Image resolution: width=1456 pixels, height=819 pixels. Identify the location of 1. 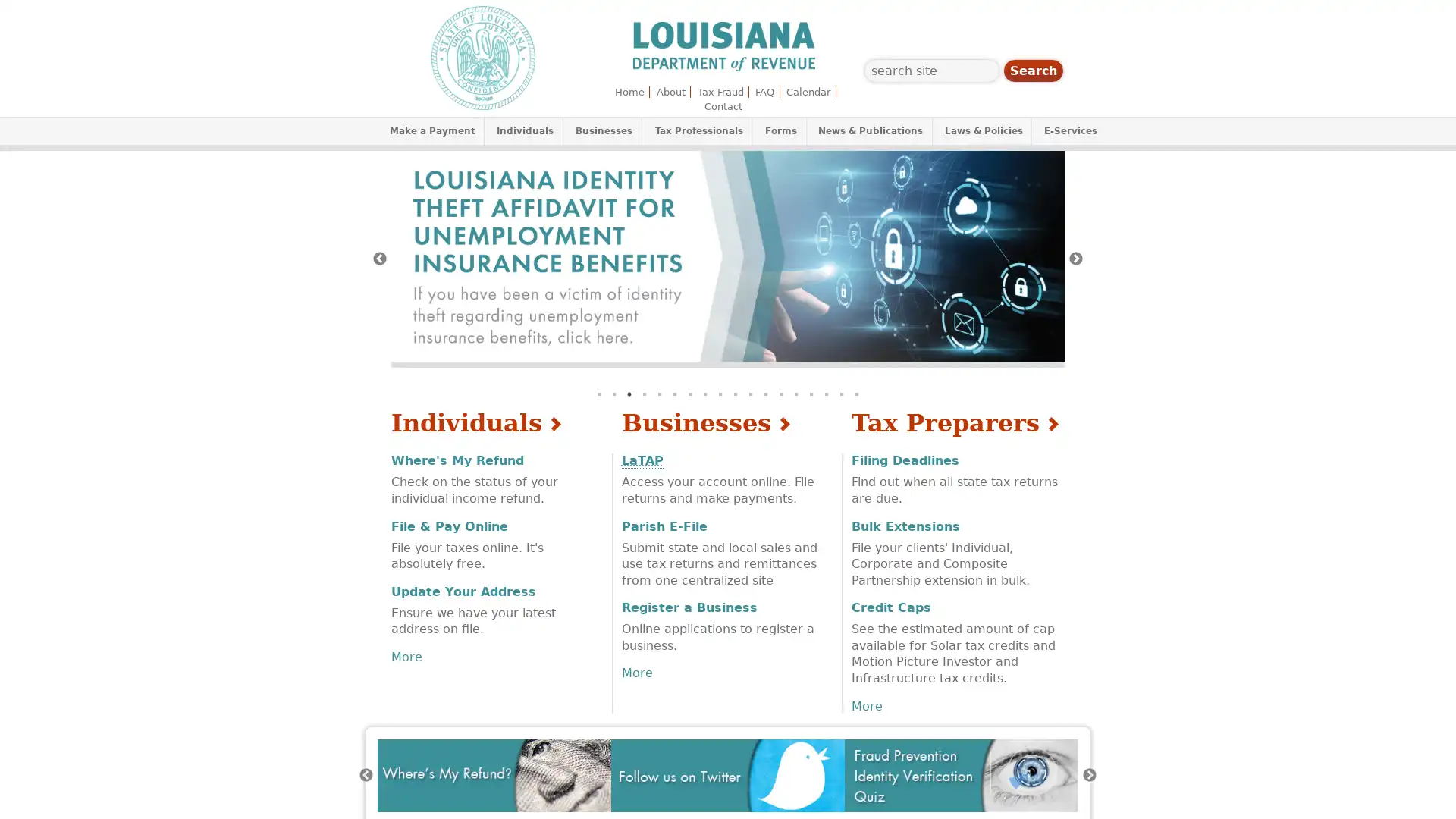
(598, 394).